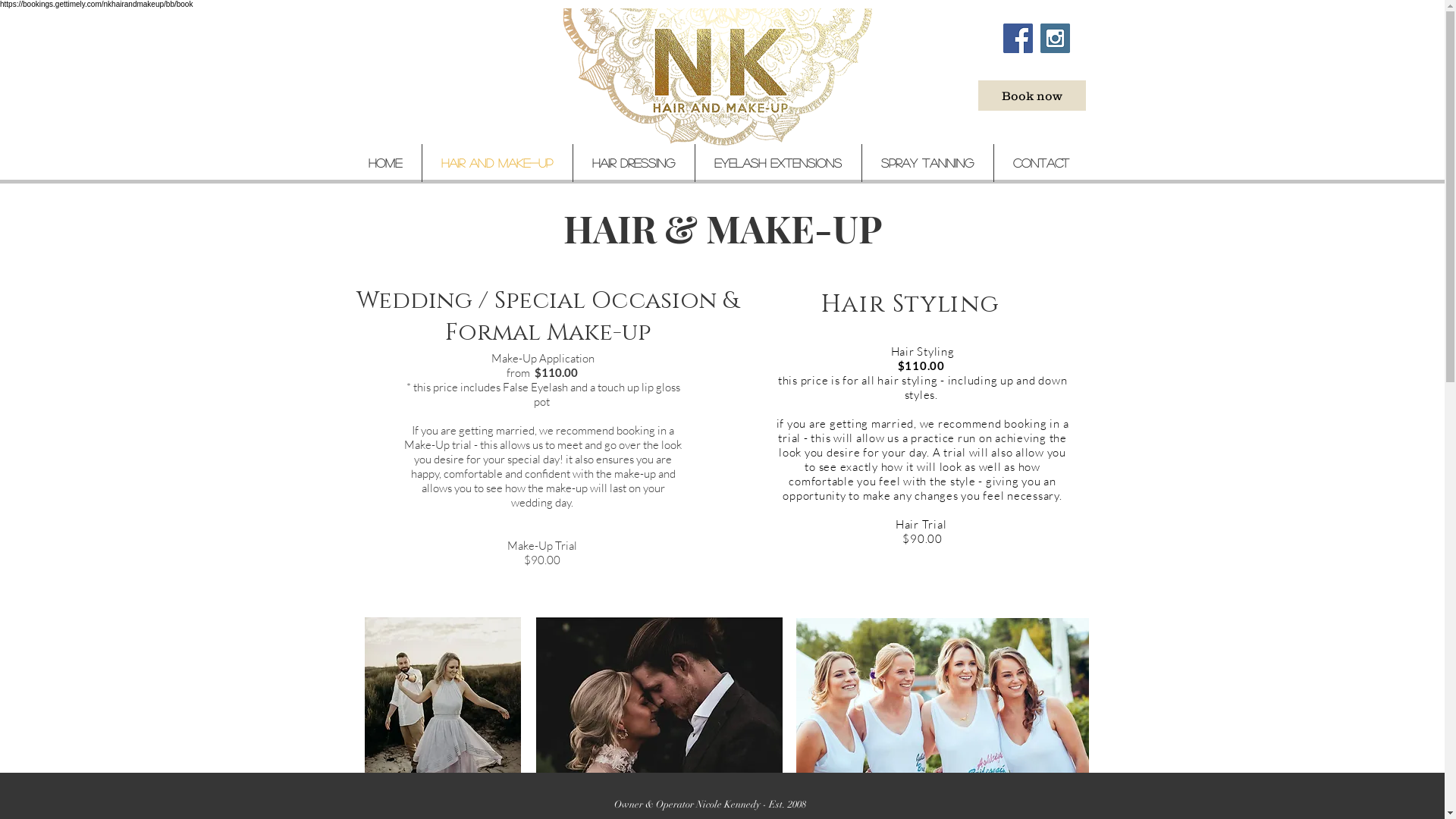 Image resolution: width=1456 pixels, height=819 pixels. I want to click on 'Eyelash Extensions', so click(777, 163).